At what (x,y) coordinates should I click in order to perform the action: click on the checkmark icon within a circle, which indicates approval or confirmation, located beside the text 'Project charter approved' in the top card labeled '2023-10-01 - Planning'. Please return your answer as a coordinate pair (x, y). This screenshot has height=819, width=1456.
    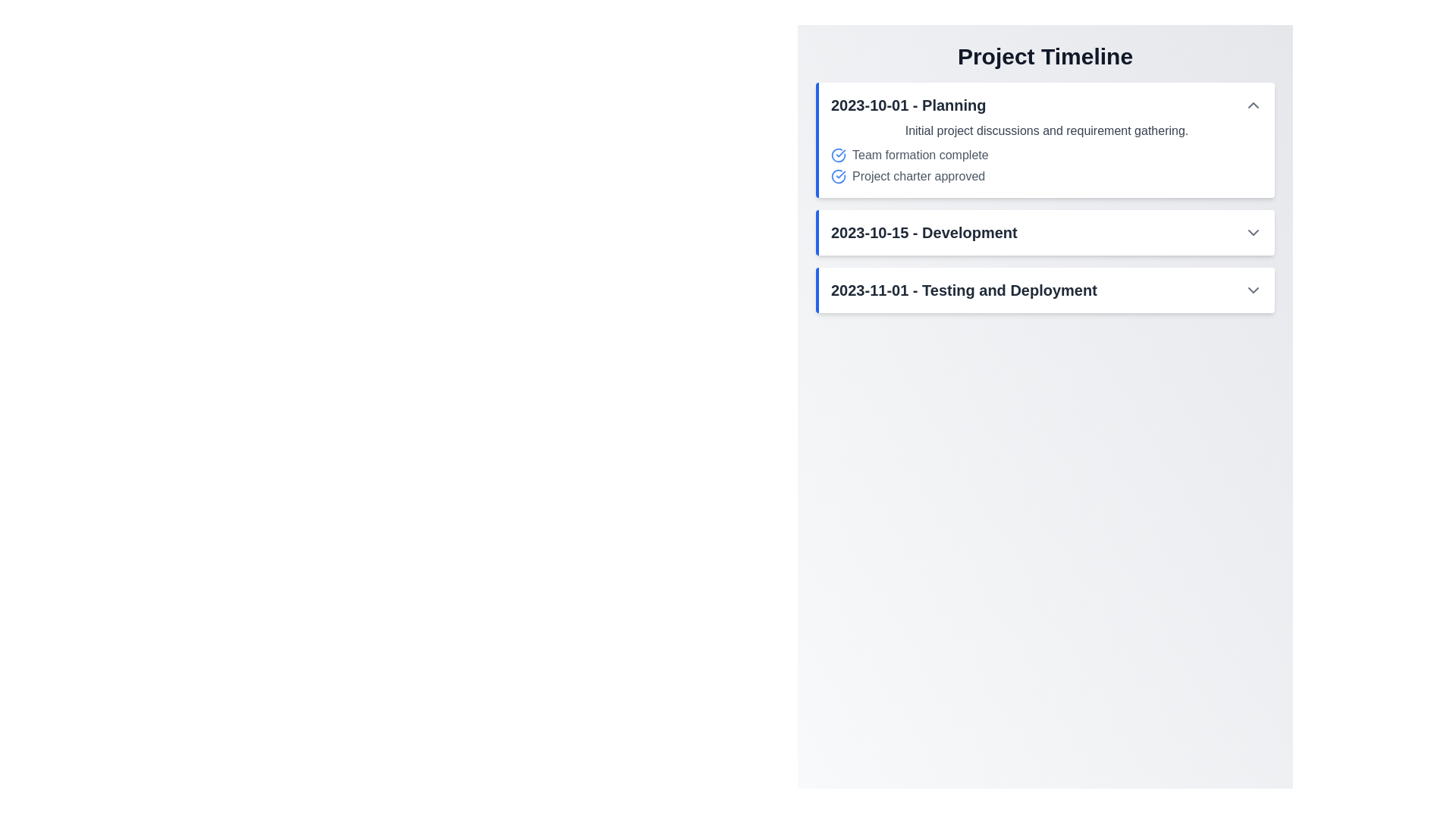
    Looking at the image, I should click on (837, 175).